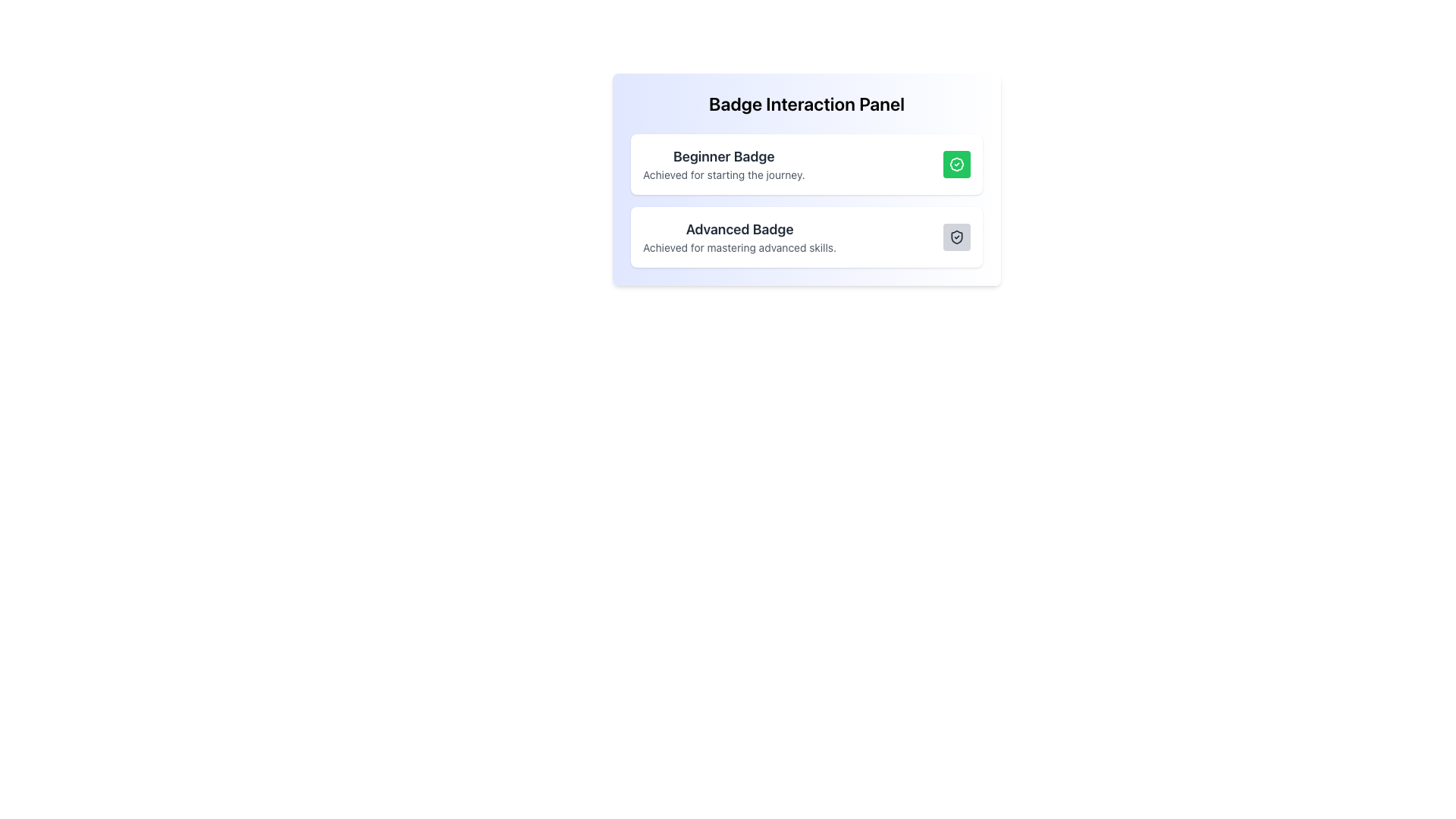  Describe the element at coordinates (806, 237) in the screenshot. I see `the Informational Card displaying the 'Advanced Badge', which is located below the 'Beginner Badge' in the vertical list of badge-like cards` at that location.